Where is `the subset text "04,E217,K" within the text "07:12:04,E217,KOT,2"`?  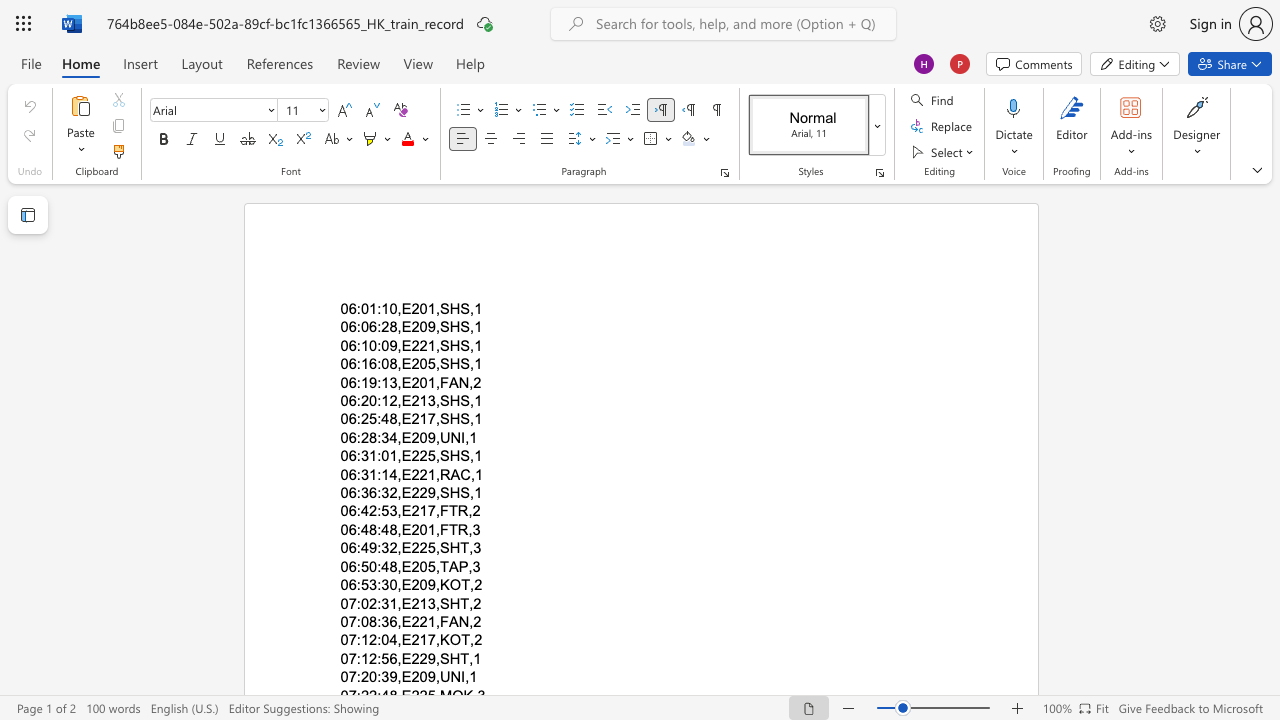 the subset text "04,E217,K" within the text "07:12:04,E217,KOT,2" is located at coordinates (381, 640).